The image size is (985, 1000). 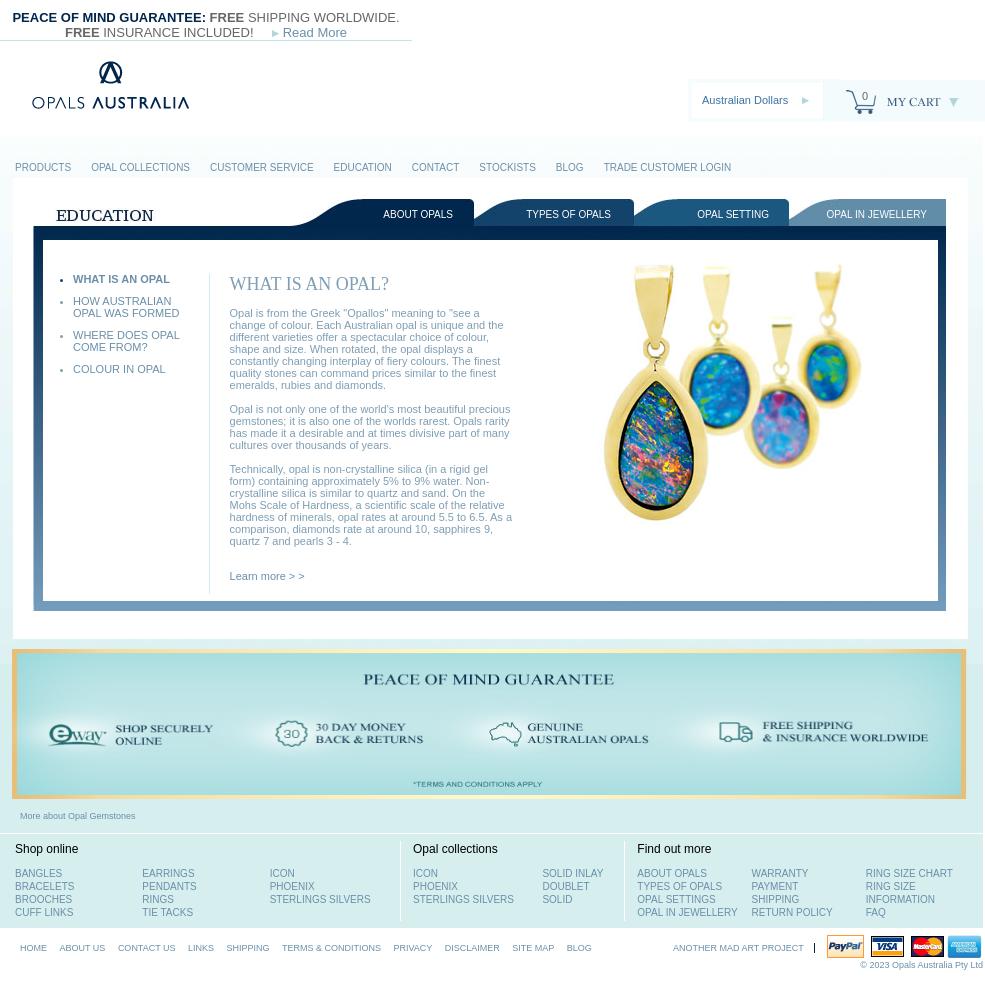 What do you see at coordinates (673, 848) in the screenshot?
I see `'Find out more'` at bounding box center [673, 848].